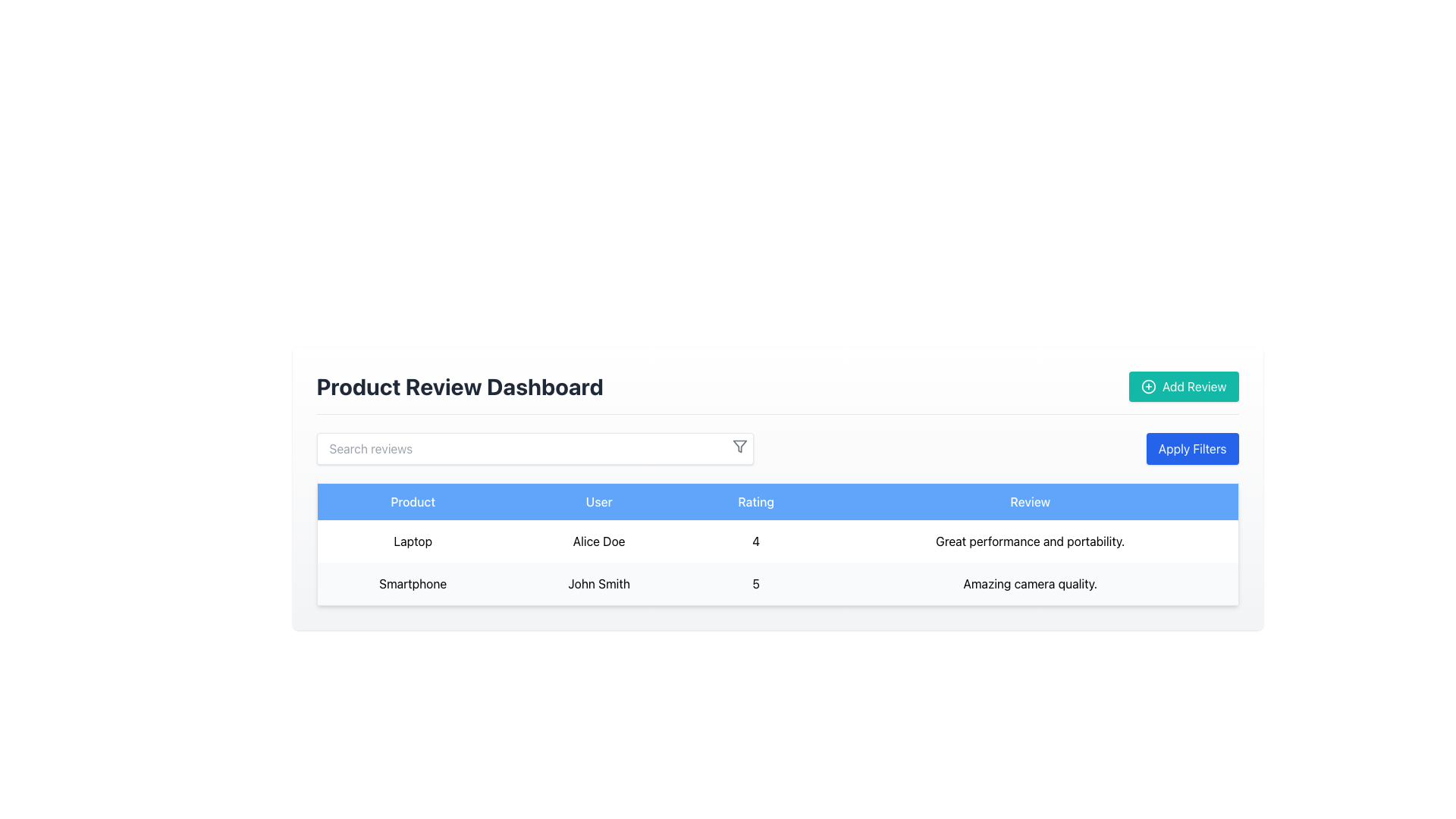 The image size is (1456, 819). I want to click on the filter application button located in the top-right corner of the section containing a table to apply filters based on the specified criteria, so click(1191, 447).